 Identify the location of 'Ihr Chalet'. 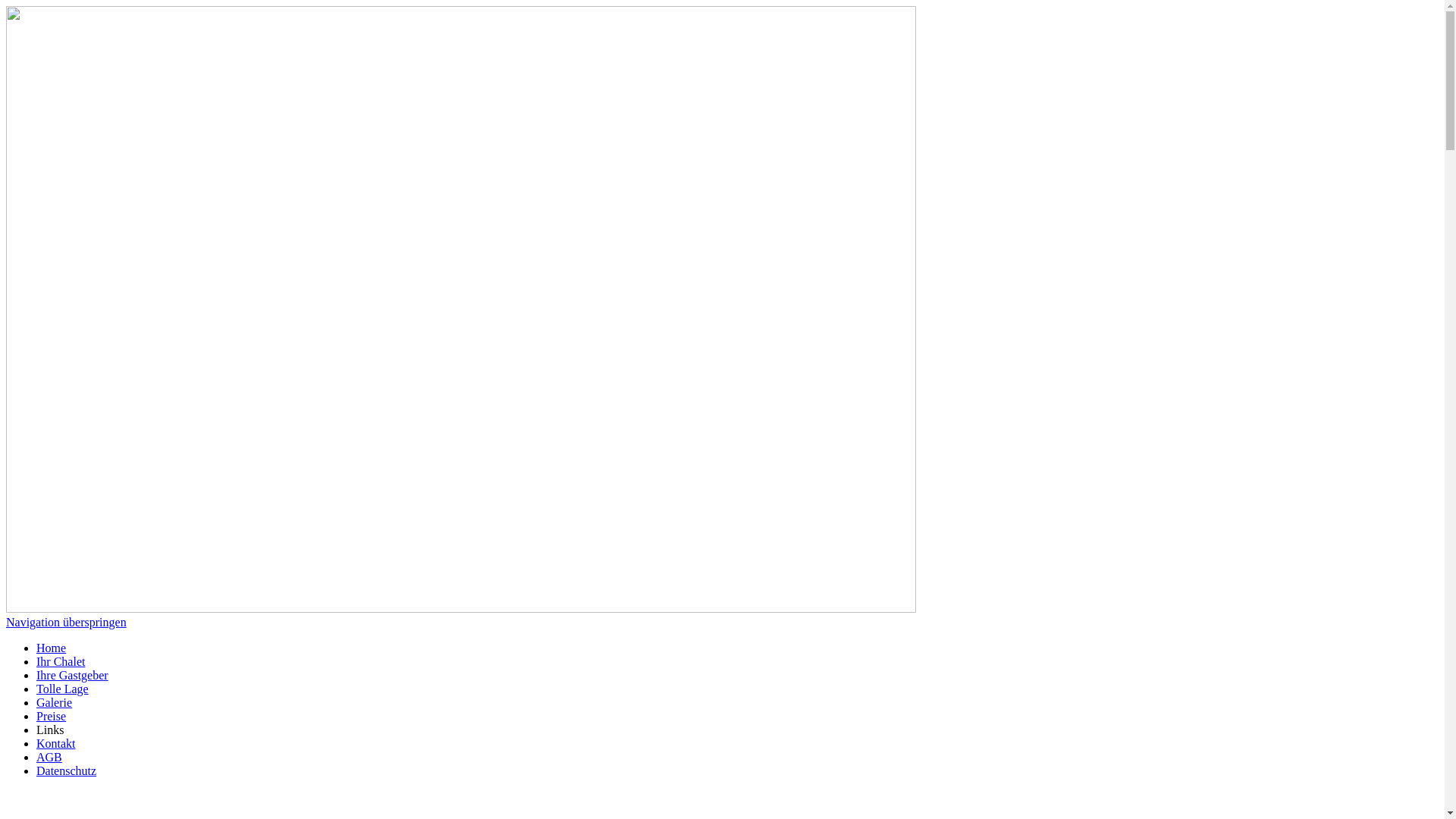
(36, 661).